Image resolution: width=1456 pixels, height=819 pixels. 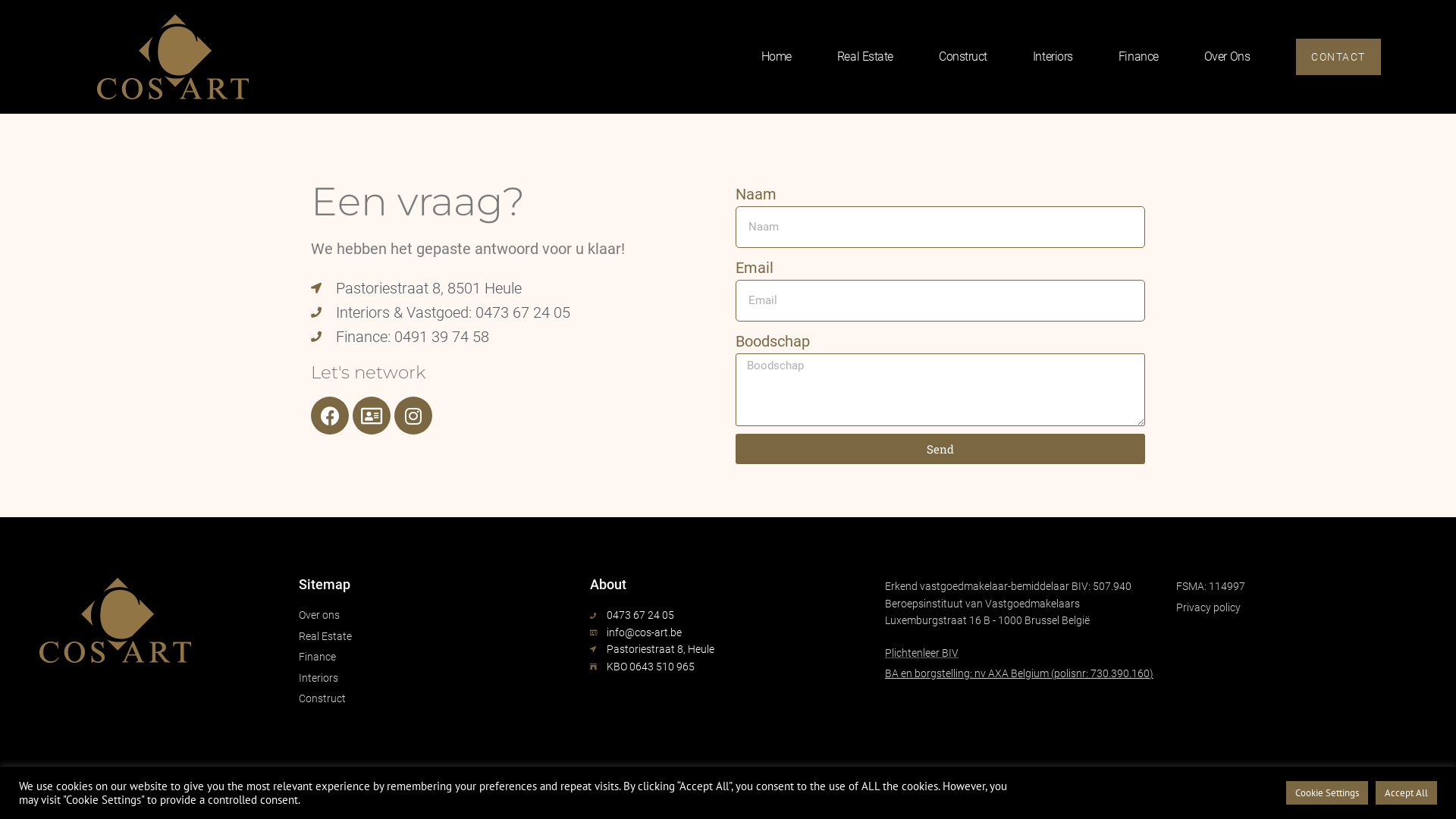 I want to click on 'Over Ons', so click(x=1226, y=55).